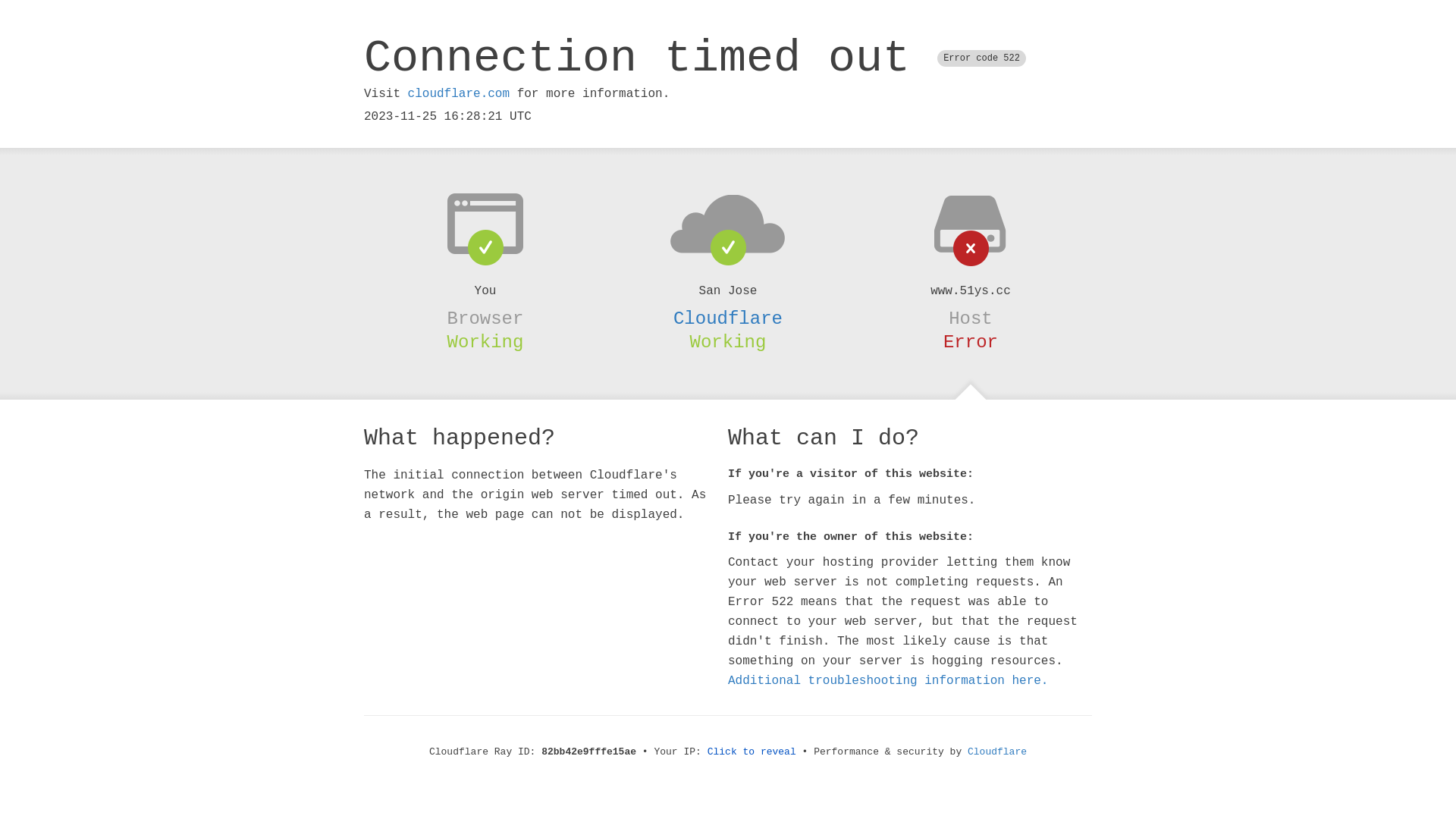 The image size is (1456, 819). I want to click on 'cloudflare.com', so click(457, 93).